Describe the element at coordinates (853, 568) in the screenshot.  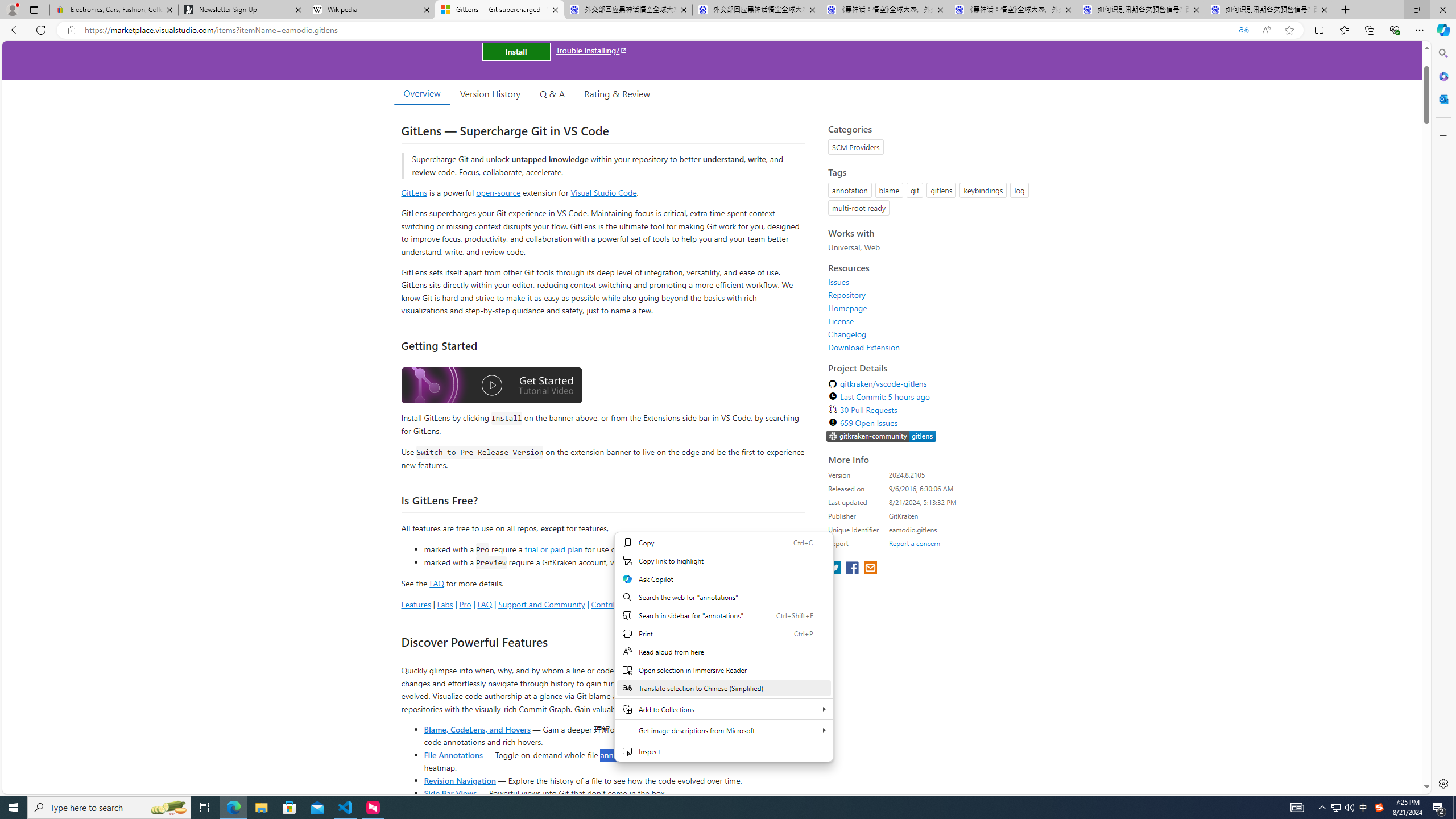
I see `'share extension on facebook'` at that location.